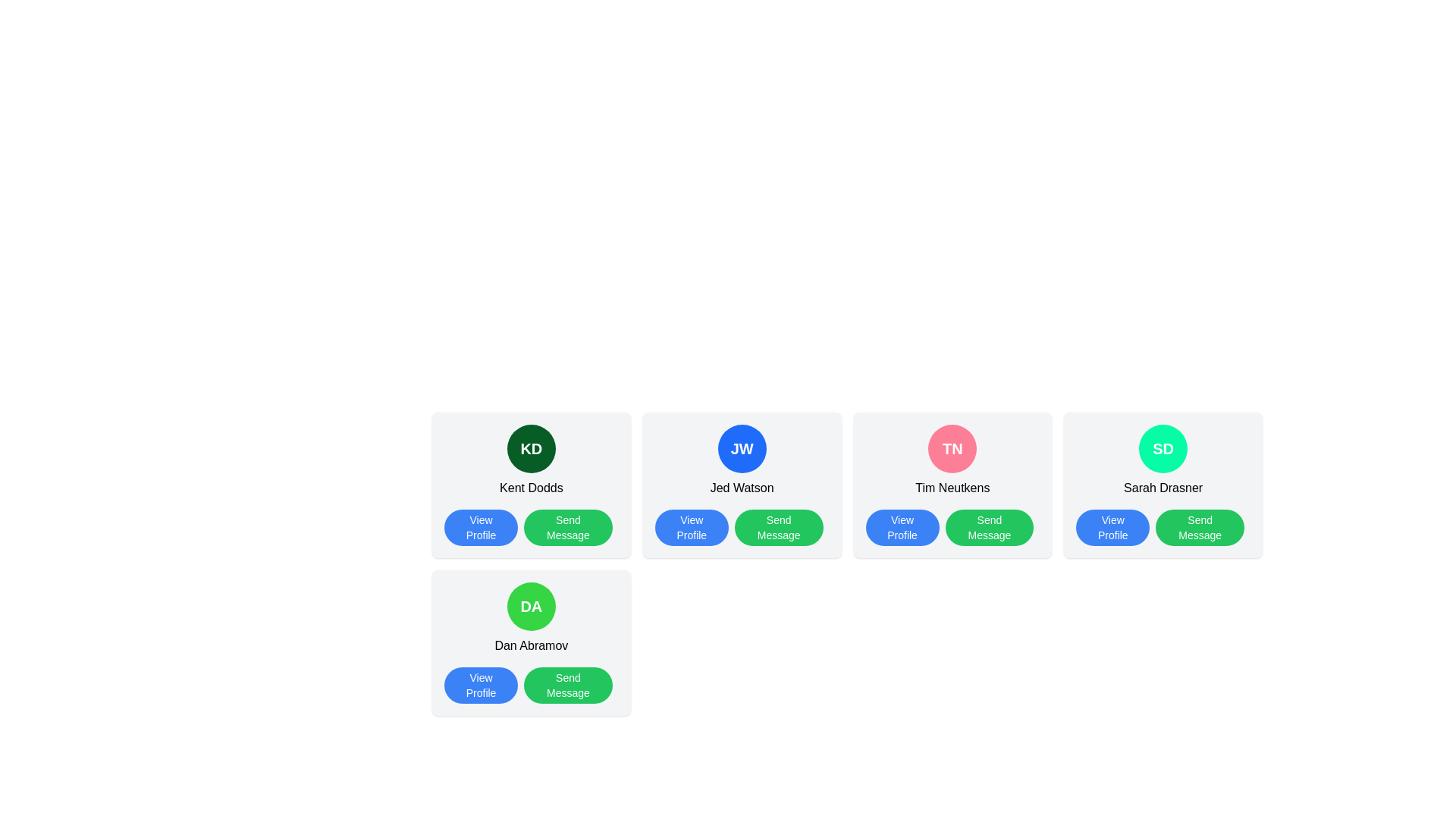 This screenshot has width=1456, height=819. I want to click on the 'Send Message' button located in the bottom section of the card for 'Sarah Drasner', which is positioned below the text 'Sarah Drasner' and the initials 'SD', so click(1163, 526).